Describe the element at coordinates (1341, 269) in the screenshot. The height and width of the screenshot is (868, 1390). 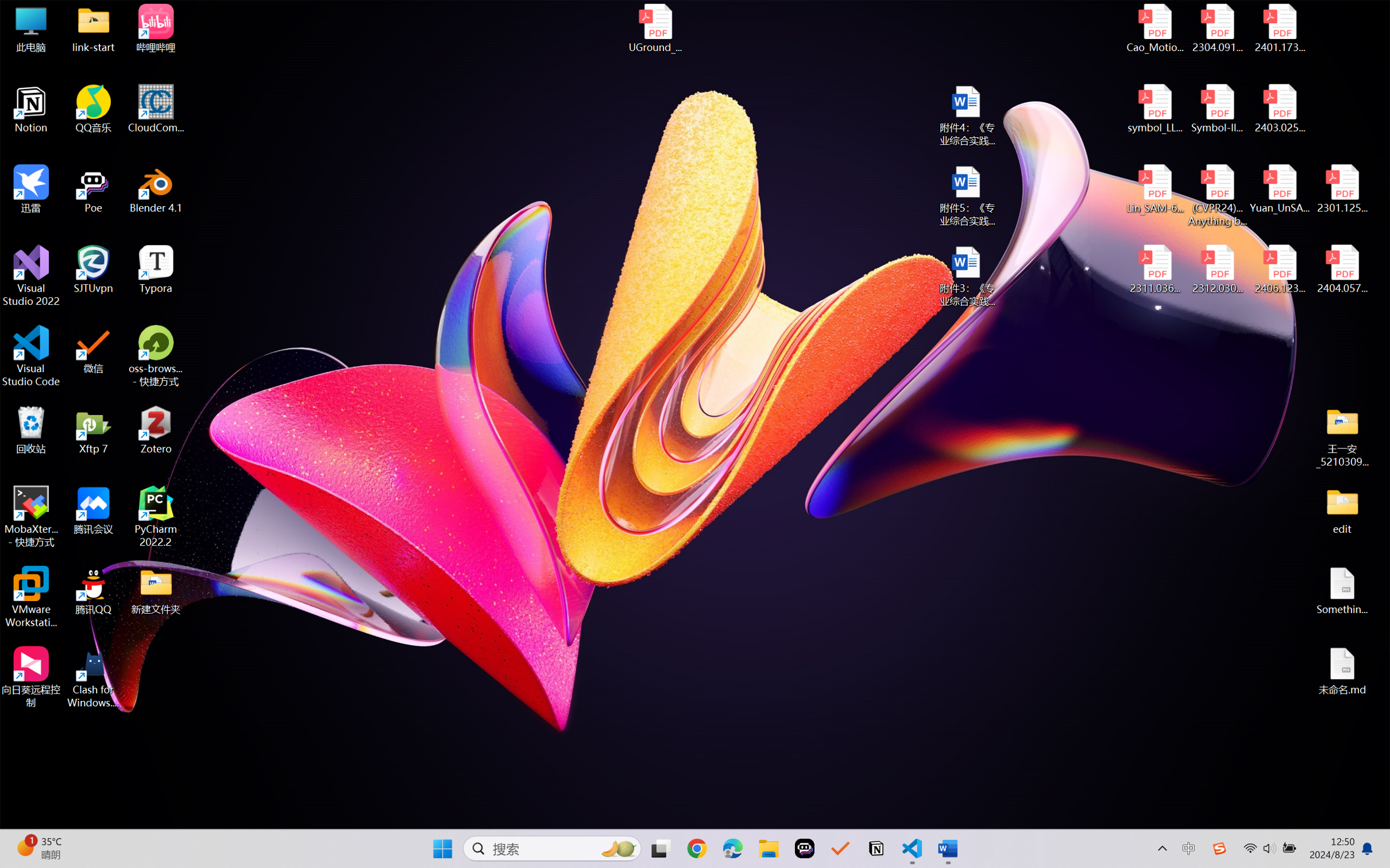
I see `'2404.05719v1.pdf'` at that location.